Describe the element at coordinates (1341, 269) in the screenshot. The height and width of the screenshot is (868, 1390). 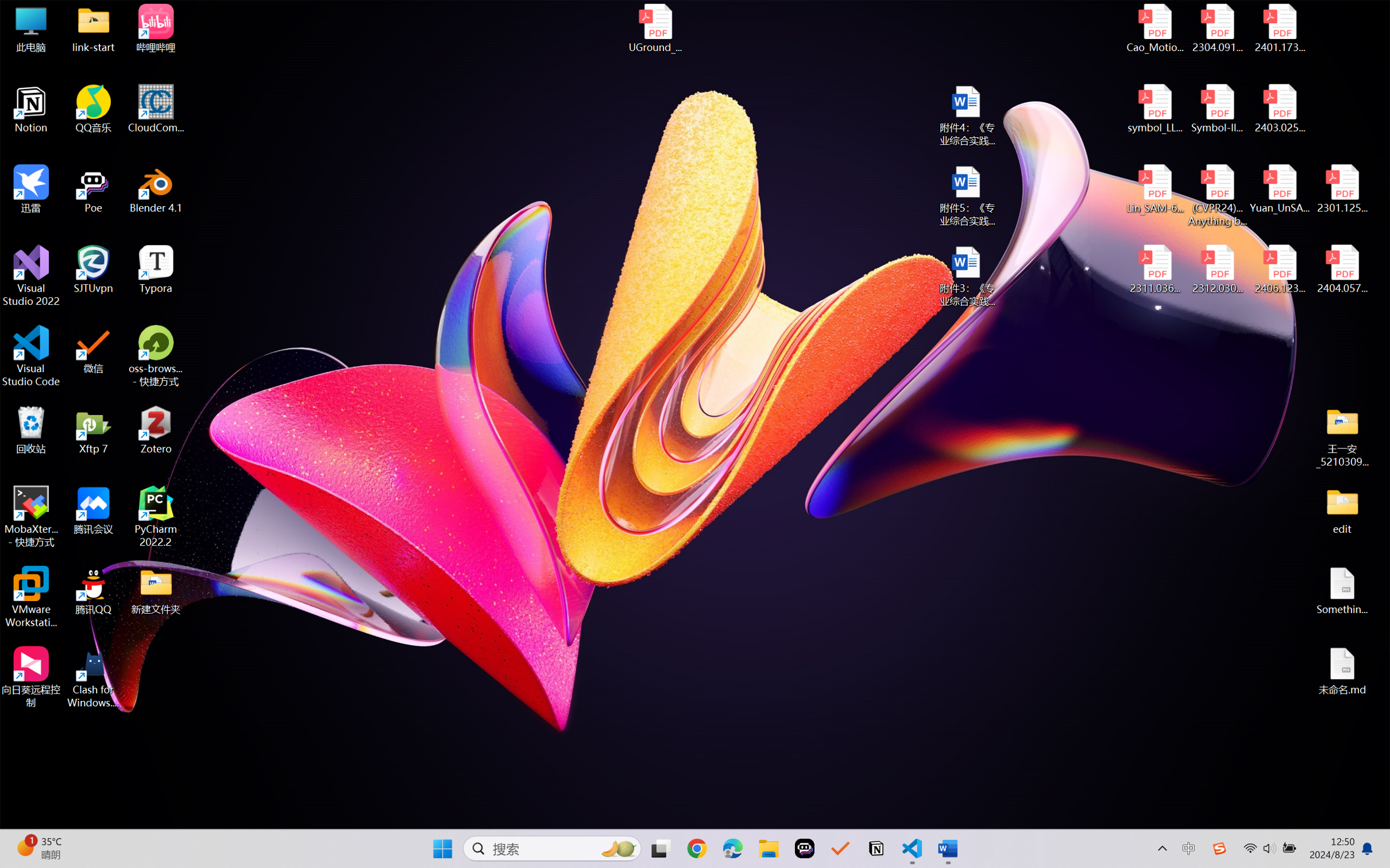
I see `'2404.05719v1.pdf'` at that location.